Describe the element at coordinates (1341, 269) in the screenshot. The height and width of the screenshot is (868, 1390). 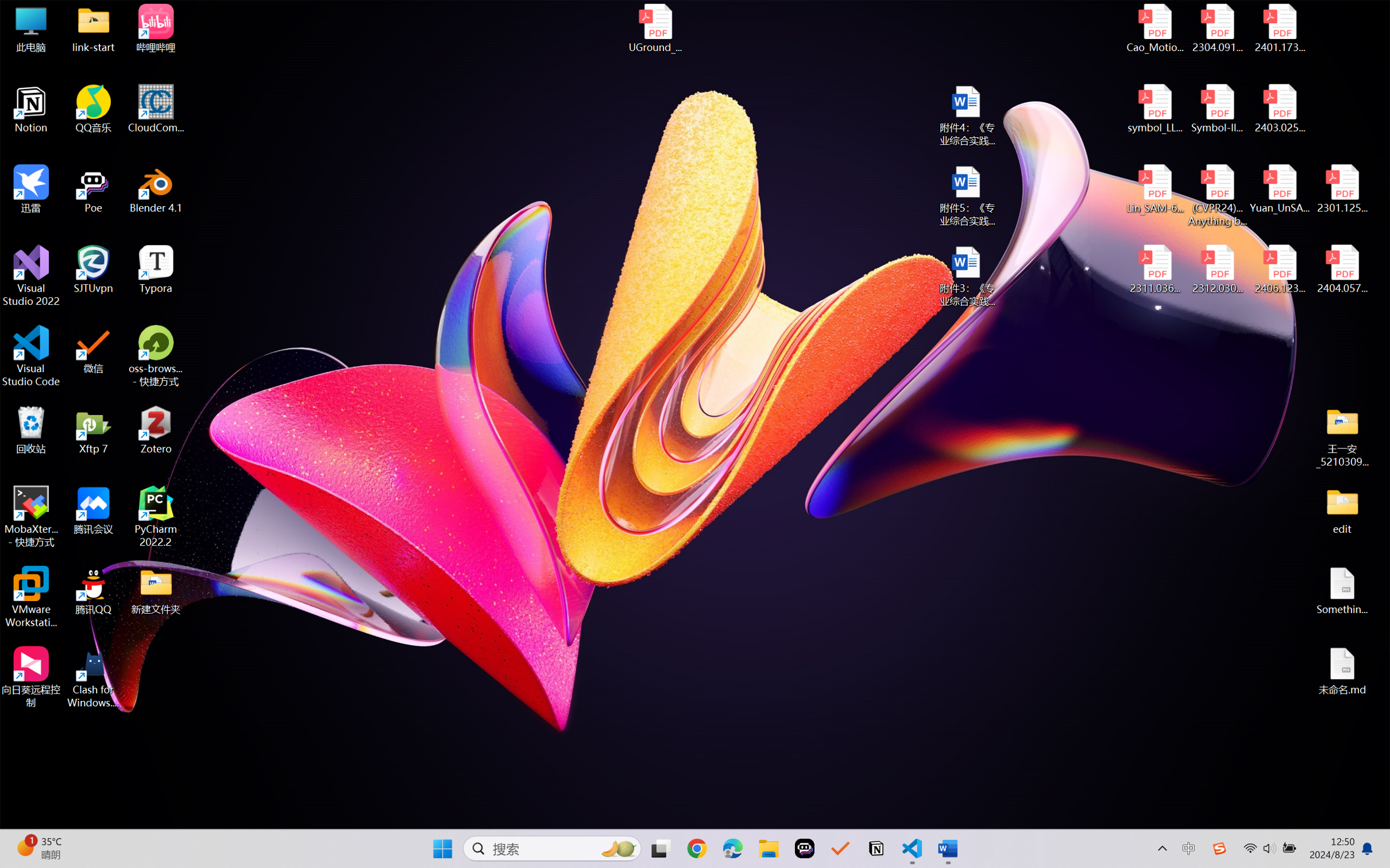
I see `'2404.05719v1.pdf'` at that location.